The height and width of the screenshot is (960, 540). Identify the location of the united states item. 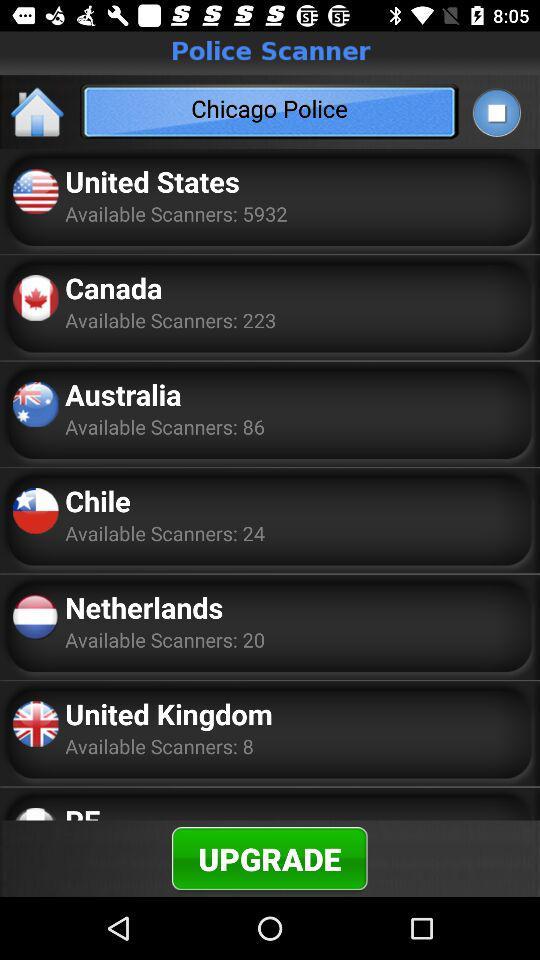
(151, 181).